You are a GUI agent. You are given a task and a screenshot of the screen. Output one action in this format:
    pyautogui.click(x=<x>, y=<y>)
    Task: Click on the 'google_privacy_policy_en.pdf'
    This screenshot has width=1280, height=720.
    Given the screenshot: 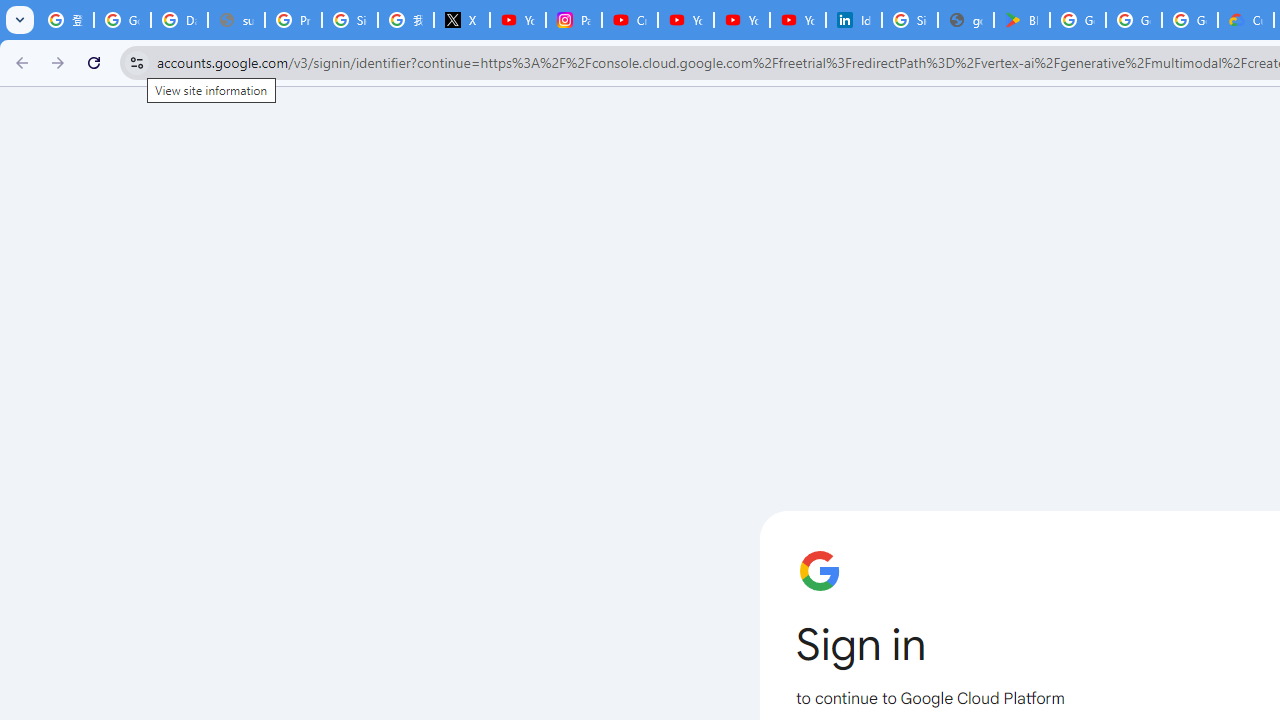 What is the action you would take?
    pyautogui.click(x=966, y=20)
    